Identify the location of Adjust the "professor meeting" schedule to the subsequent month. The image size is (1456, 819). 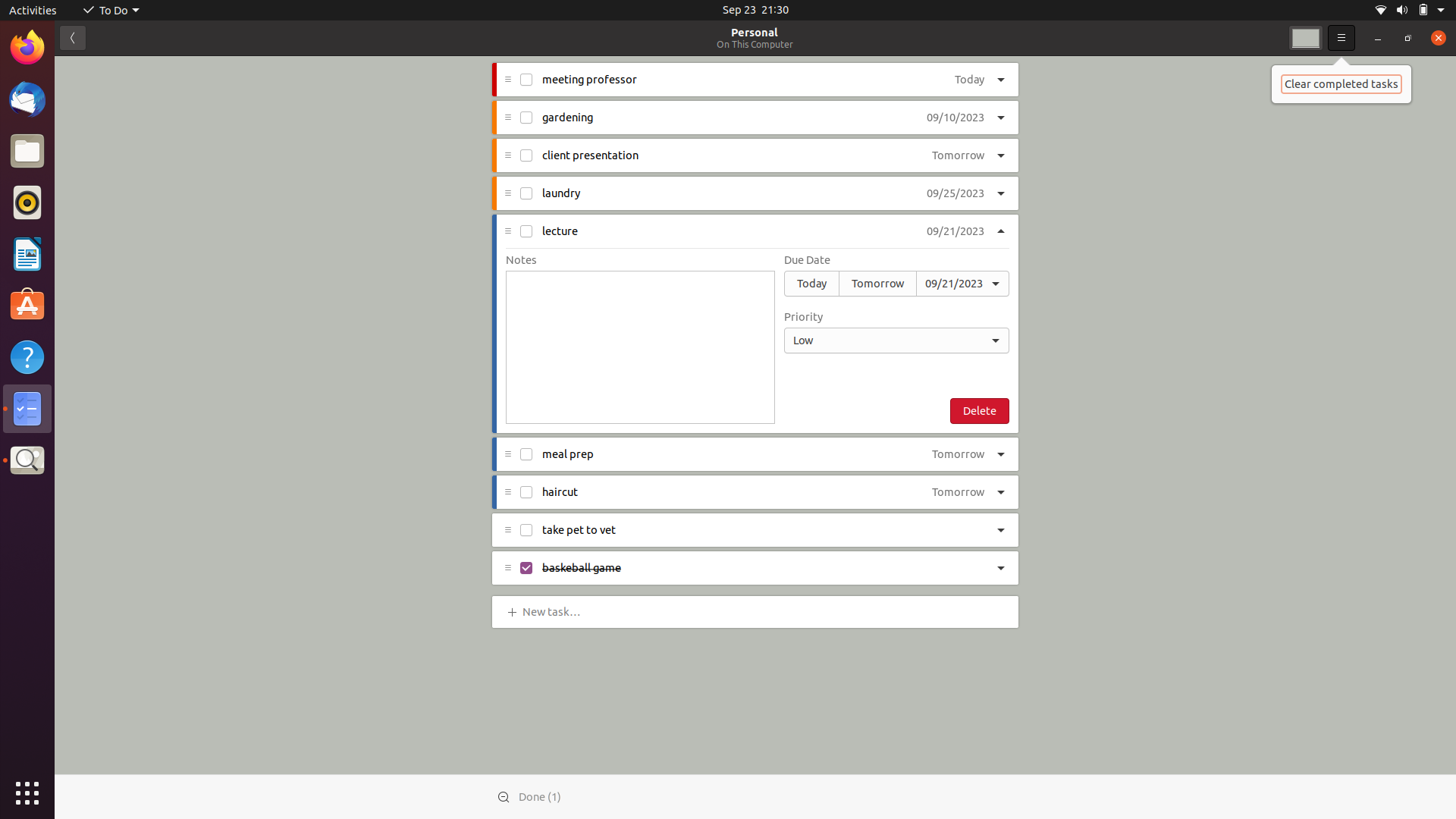
(964, 81).